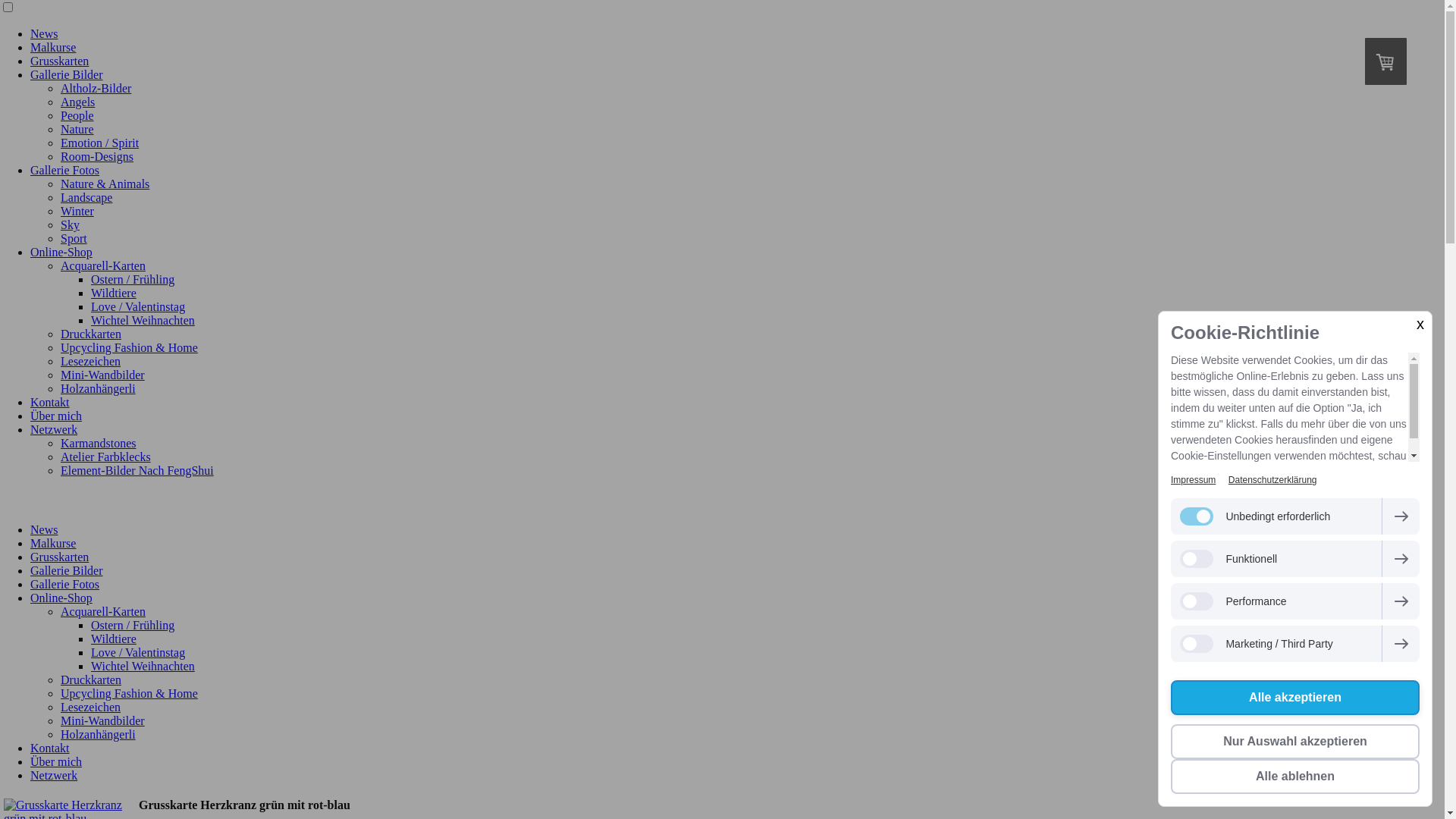  What do you see at coordinates (61, 238) in the screenshot?
I see `'Sport'` at bounding box center [61, 238].